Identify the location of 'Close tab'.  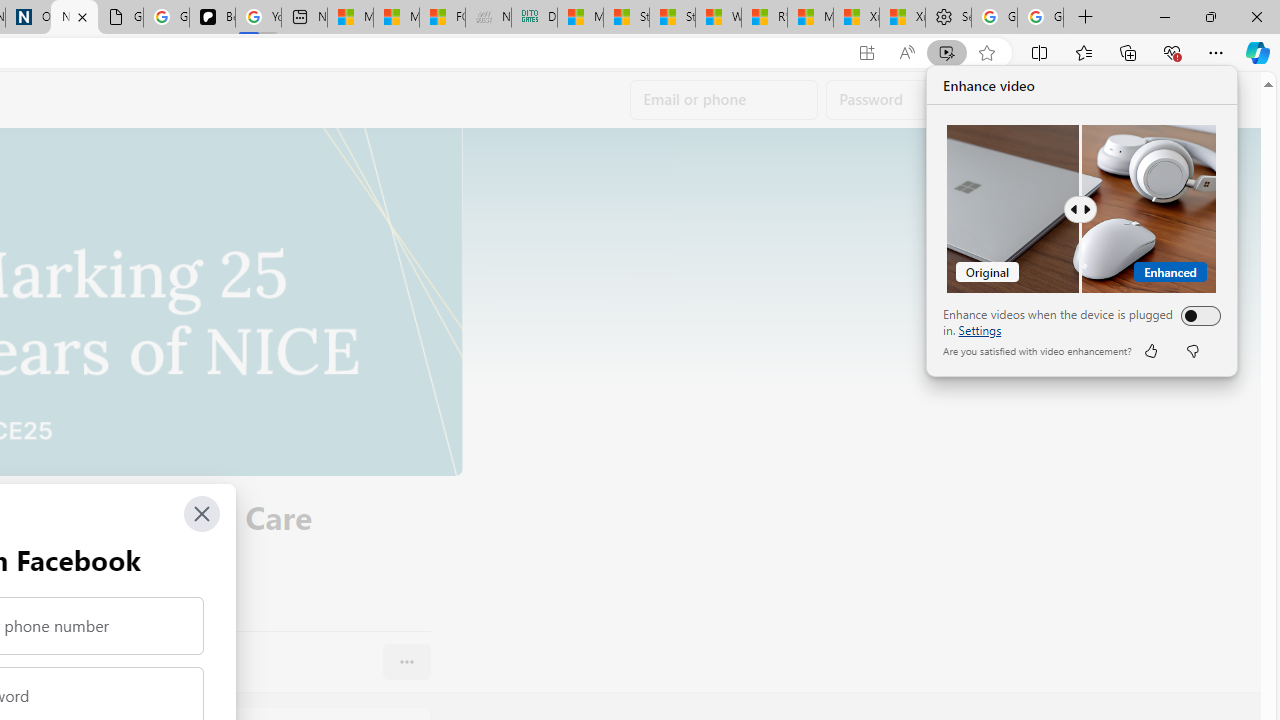
(81, 17).